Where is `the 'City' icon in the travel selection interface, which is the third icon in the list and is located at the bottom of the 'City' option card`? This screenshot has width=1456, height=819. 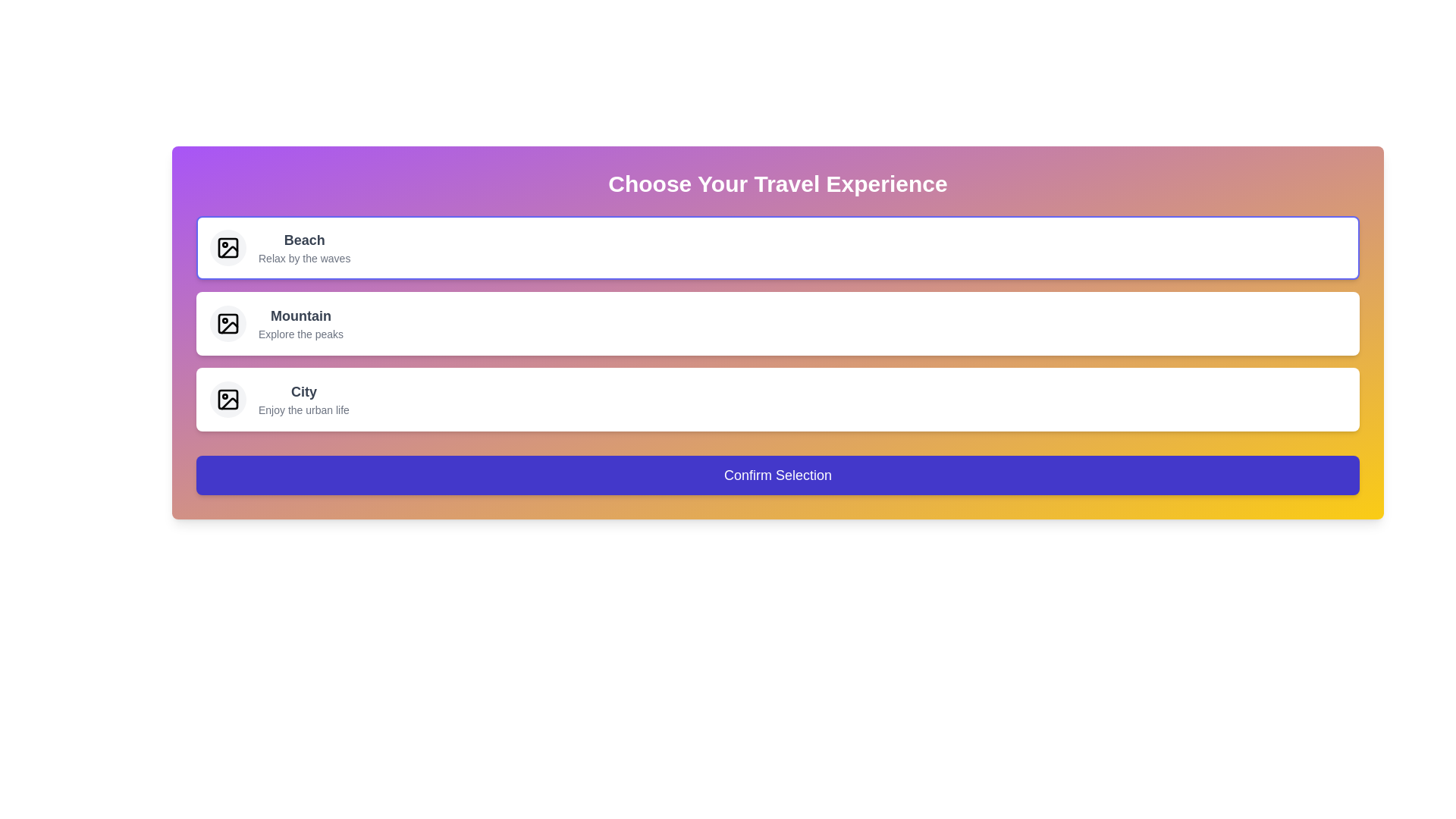
the 'City' icon in the travel selection interface, which is the third icon in the list and is located at the bottom of the 'City' option card is located at coordinates (228, 403).